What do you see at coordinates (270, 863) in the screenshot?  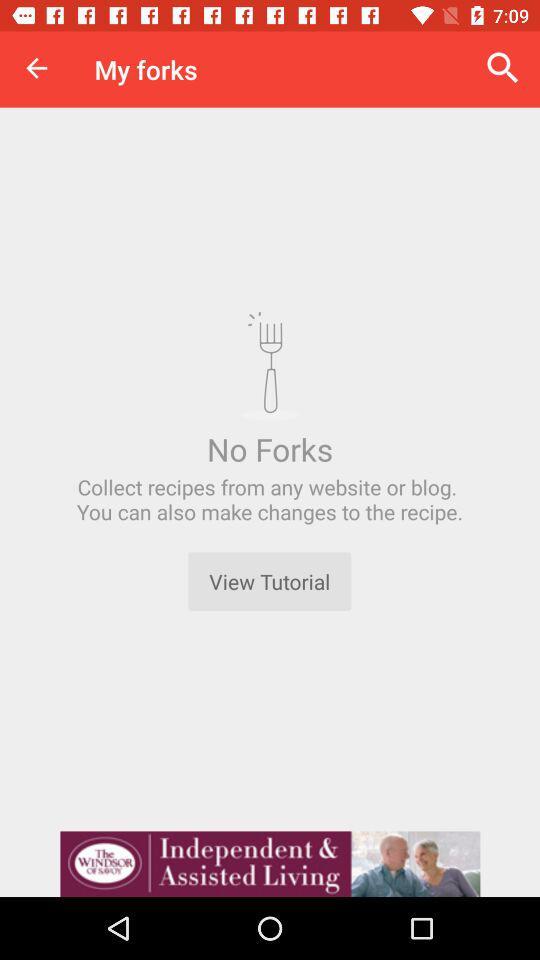 I see `advertisement` at bounding box center [270, 863].